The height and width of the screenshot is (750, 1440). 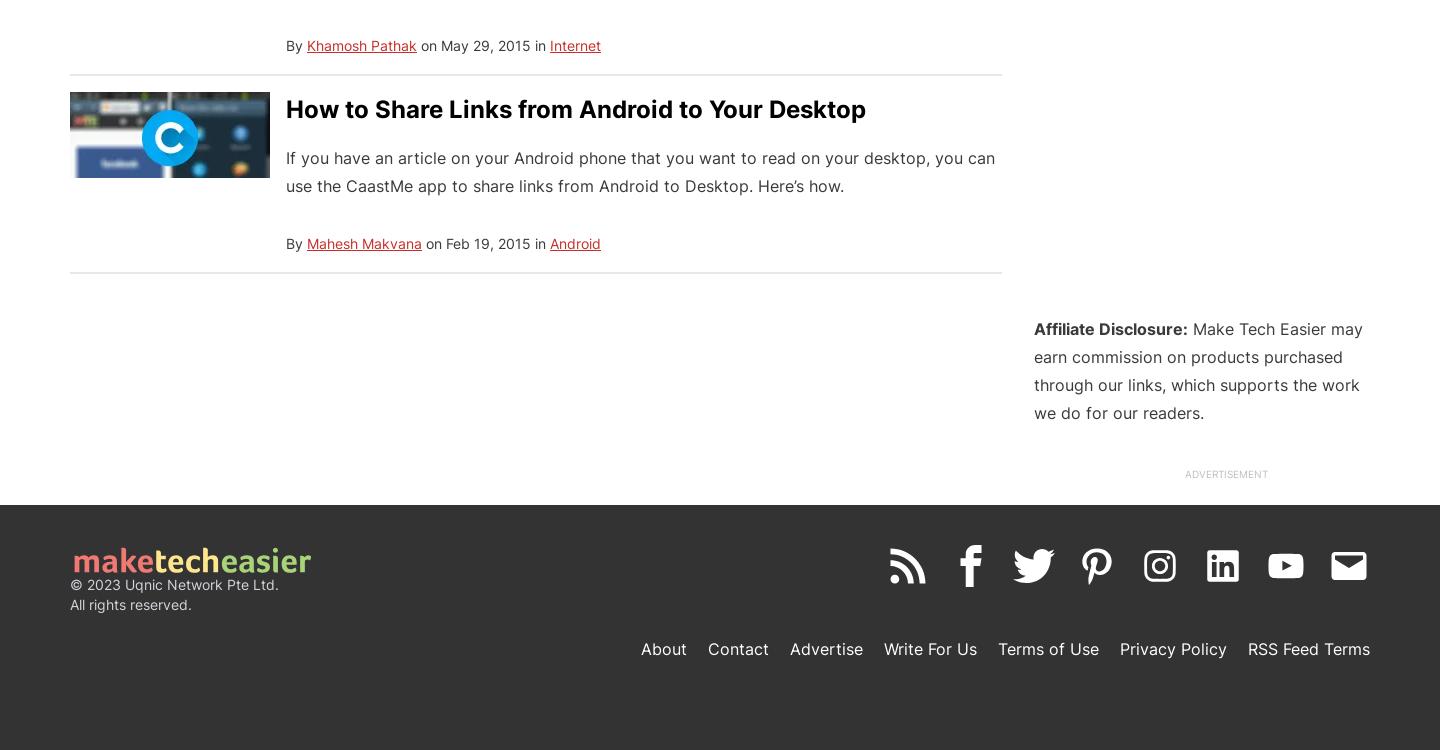 I want to click on 'Contact', so click(x=737, y=648).